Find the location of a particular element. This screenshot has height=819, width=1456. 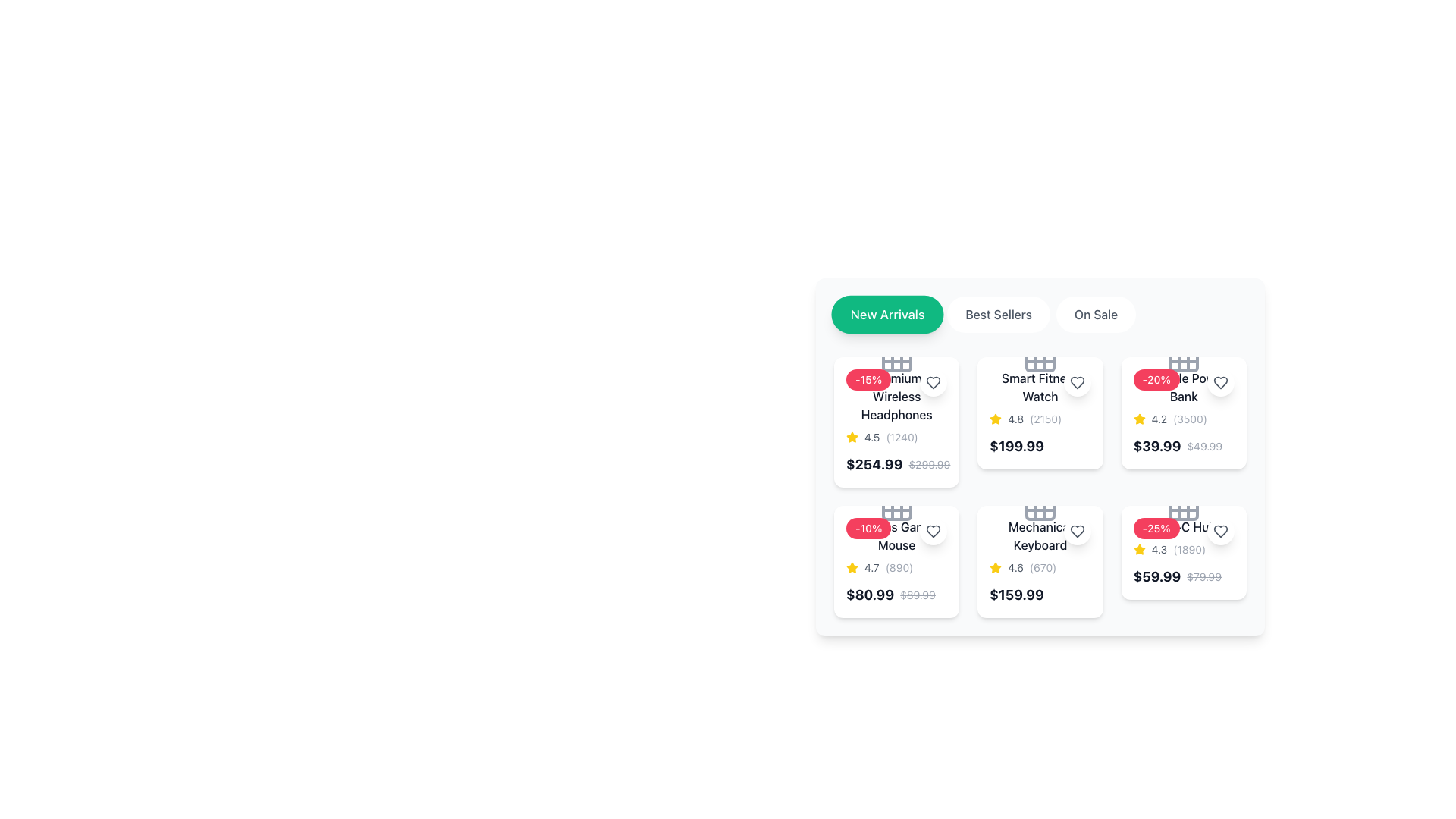

the discount indicator badge located at the top-left corner of the product card for 'Premium Wireless Headphones' is located at coordinates (868, 379).